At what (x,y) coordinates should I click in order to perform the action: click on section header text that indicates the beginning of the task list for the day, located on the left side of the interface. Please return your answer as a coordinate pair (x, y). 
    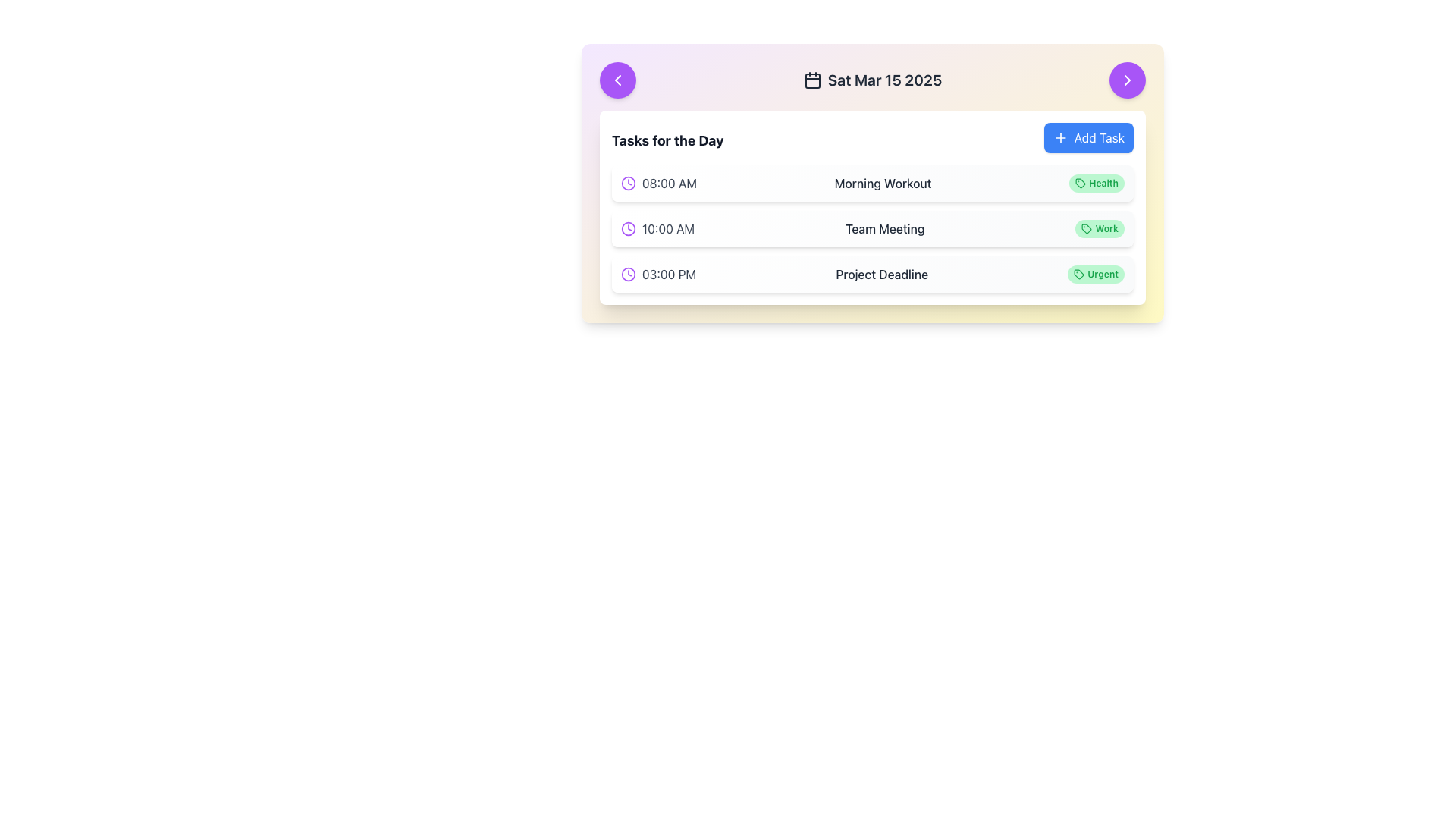
    Looking at the image, I should click on (667, 140).